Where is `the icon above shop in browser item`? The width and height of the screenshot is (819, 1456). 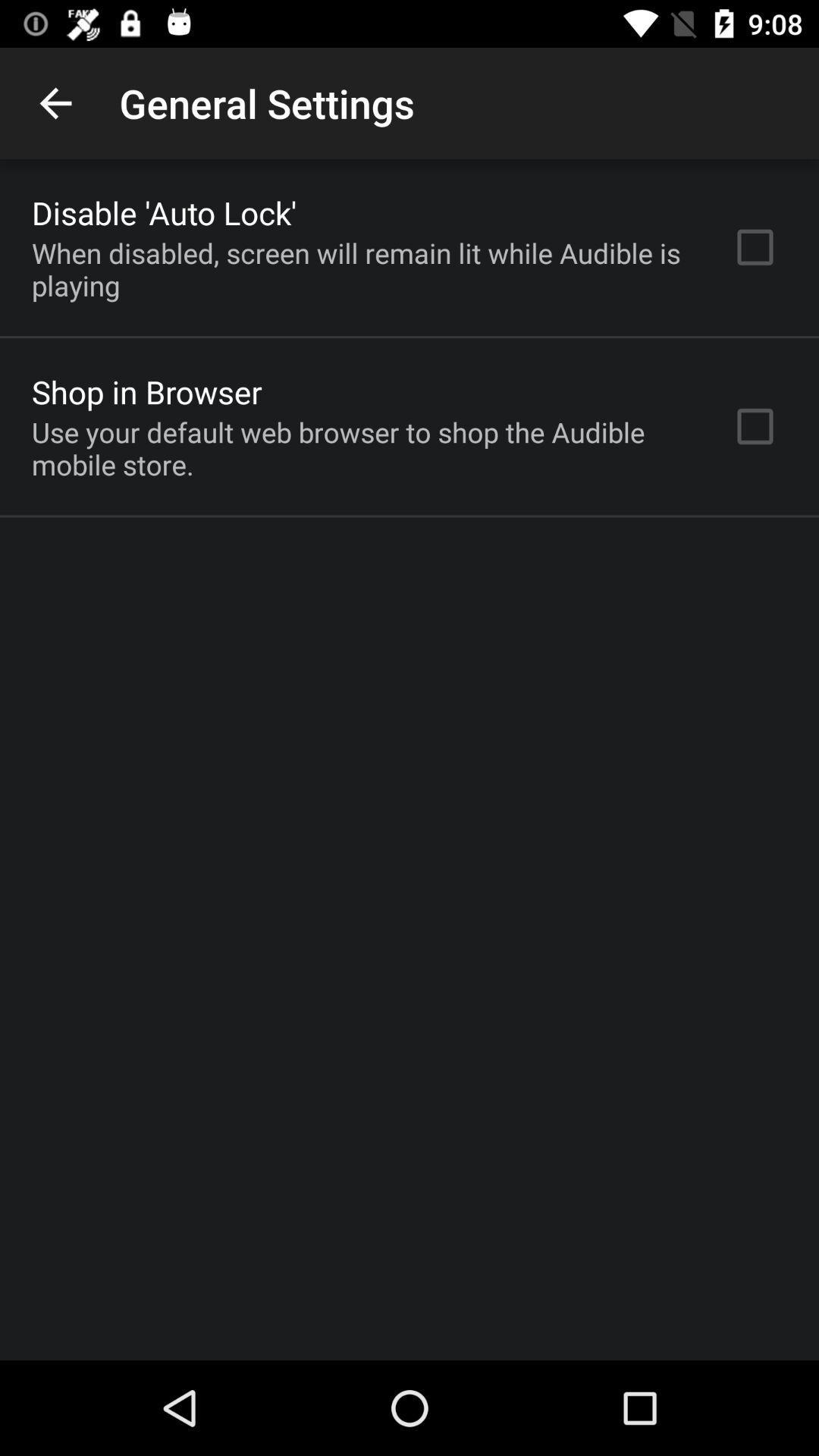 the icon above shop in browser item is located at coordinates (362, 269).